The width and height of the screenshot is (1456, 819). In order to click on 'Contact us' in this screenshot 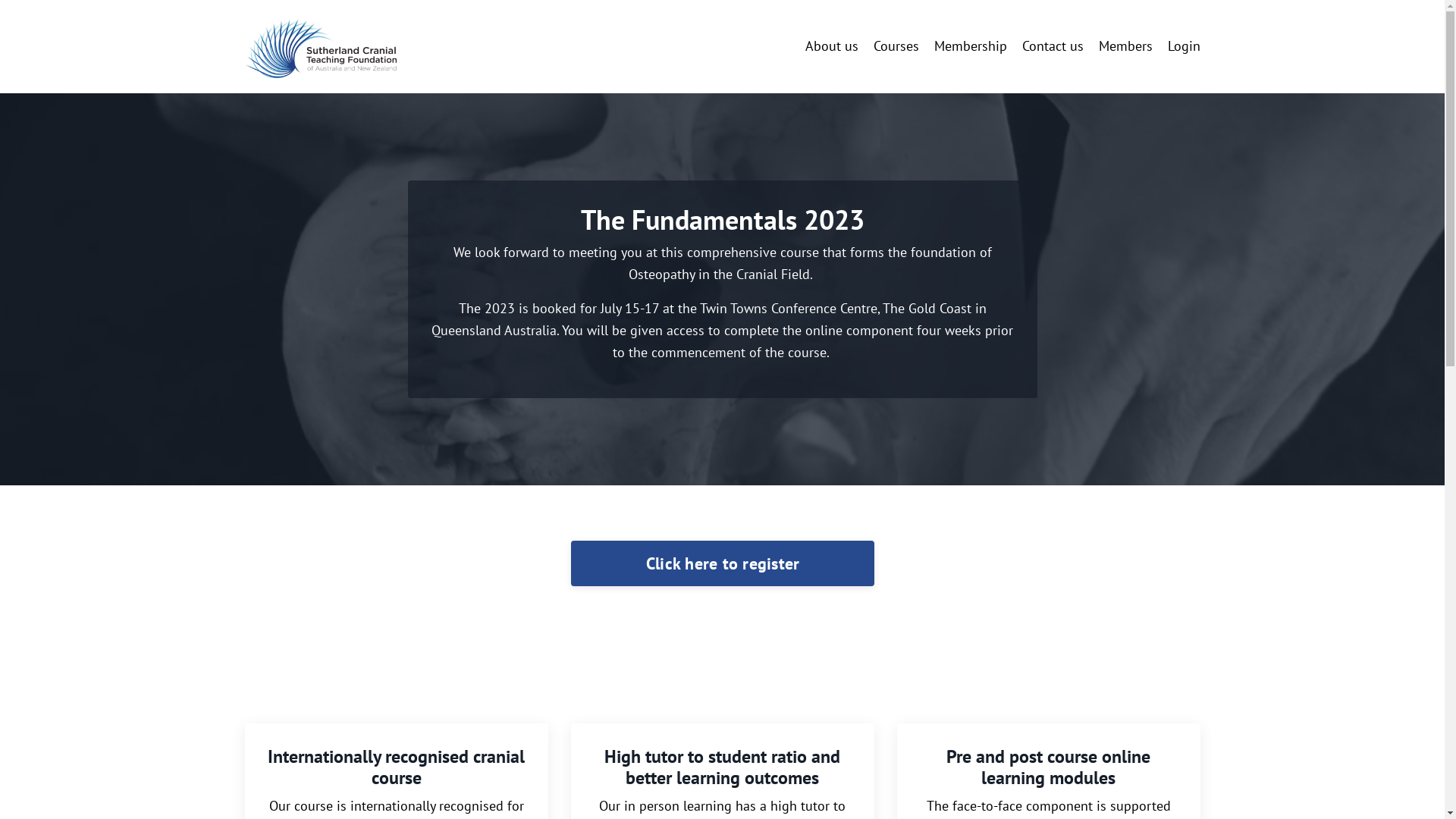, I will do `click(1052, 45)`.